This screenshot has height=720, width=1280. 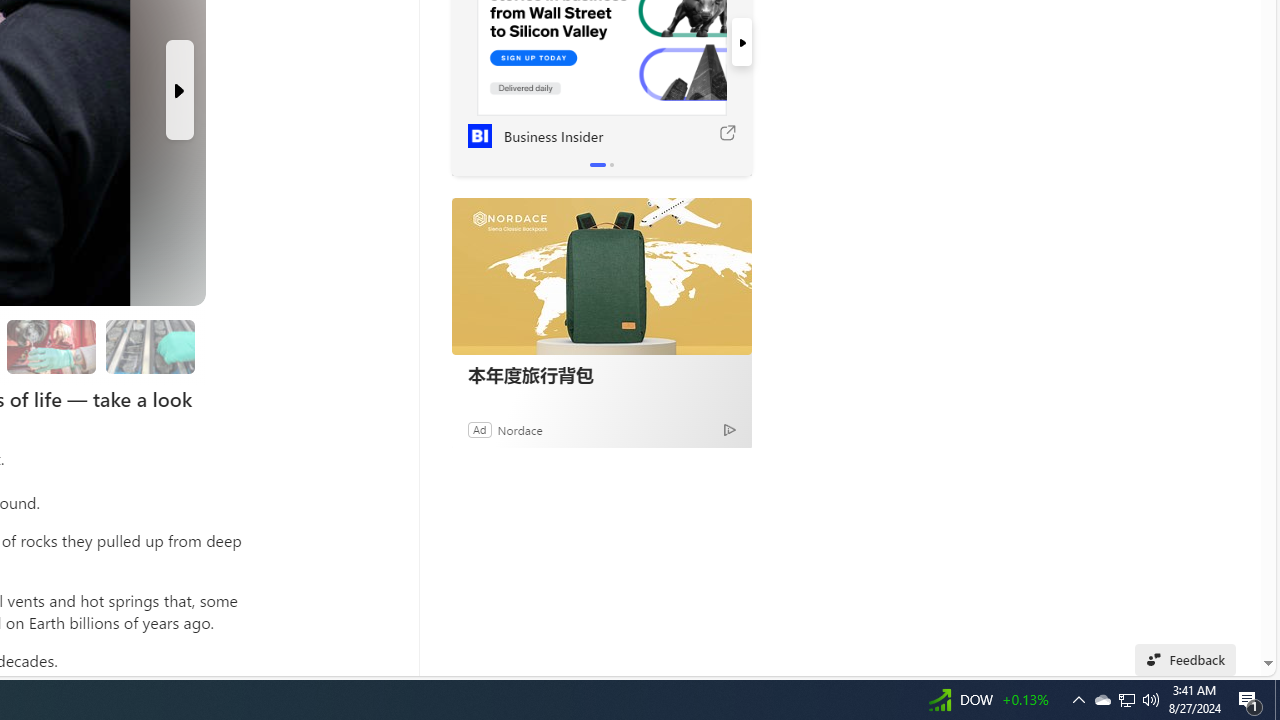 I want to click on 'next', so click(x=740, y=42).